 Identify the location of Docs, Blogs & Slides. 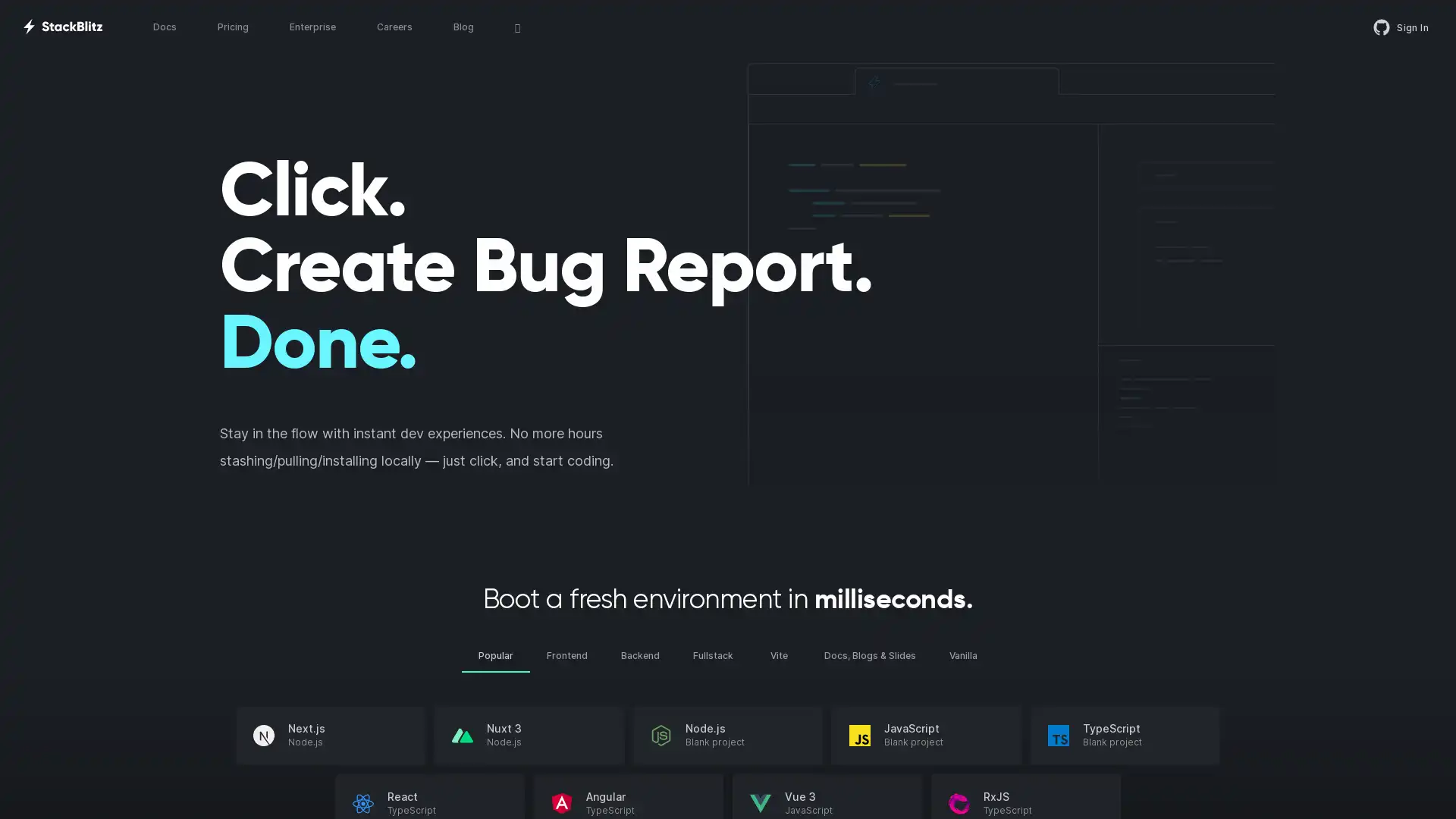
(870, 654).